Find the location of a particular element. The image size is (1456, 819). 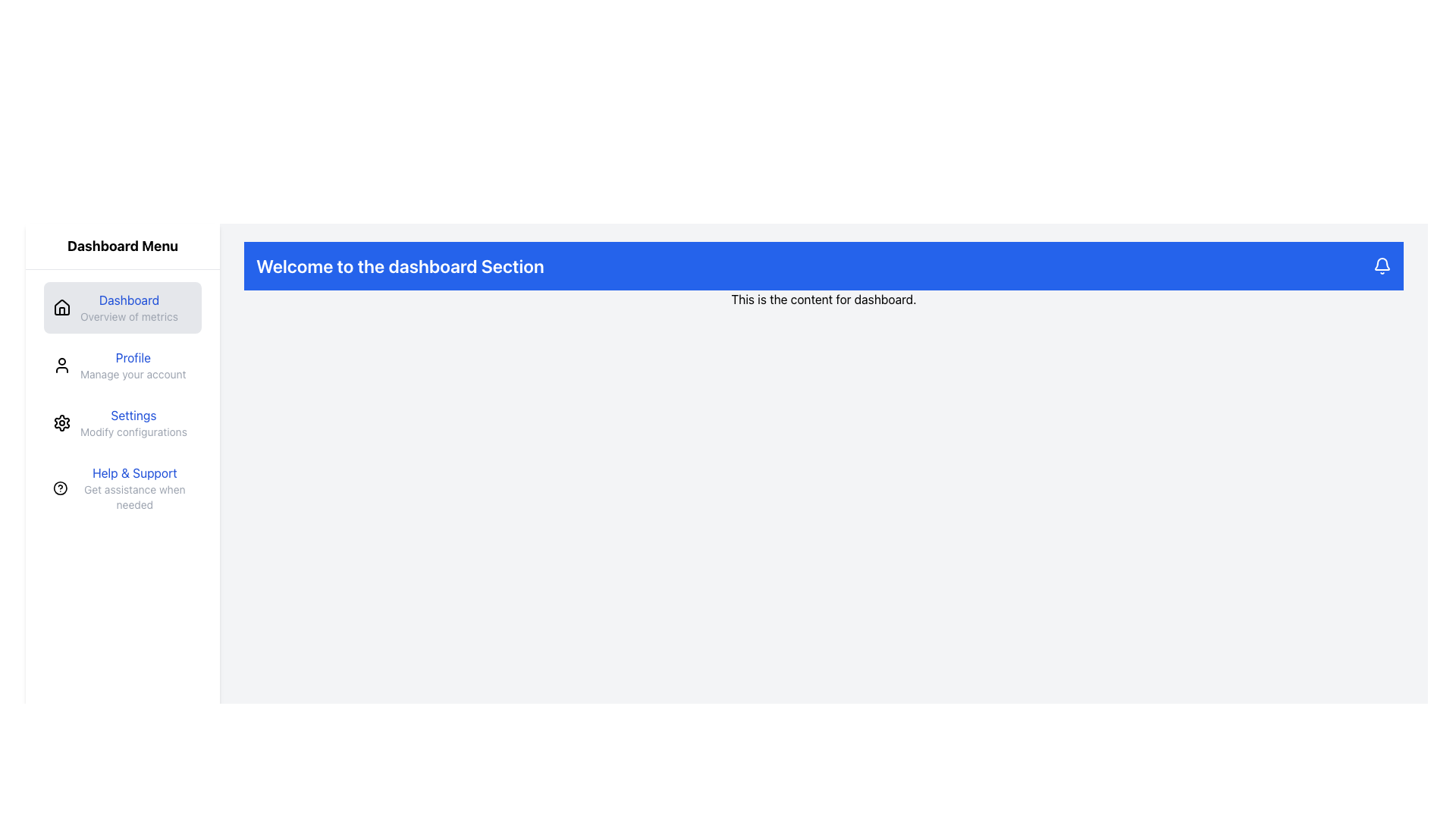

the bell-shaped icon located at the far right of the blue header section is located at coordinates (1382, 265).